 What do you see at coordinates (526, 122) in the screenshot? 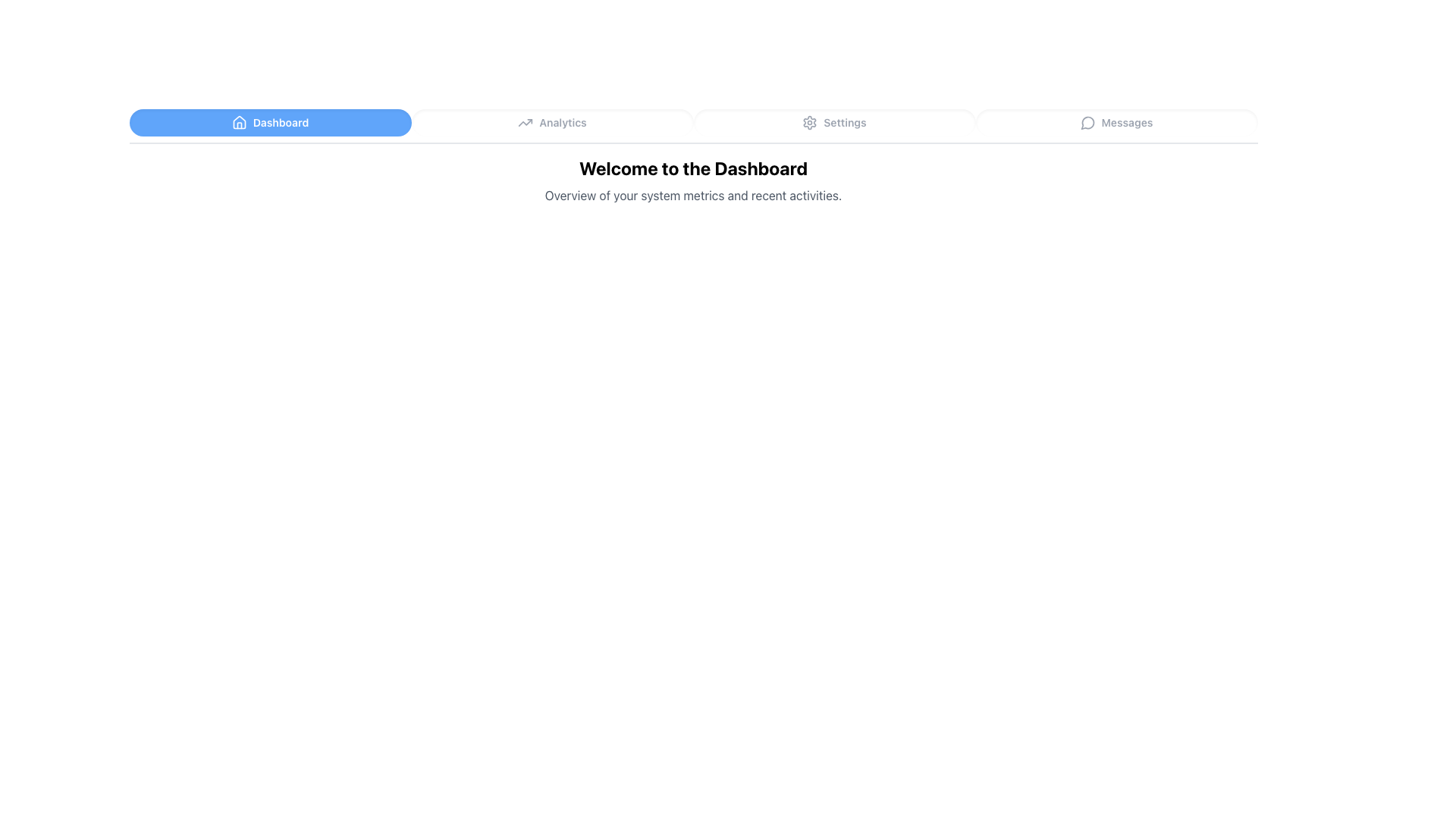
I see `the 'Analytics' icon in the top navigation bar, which is positioned to the left of the text 'Analytics'` at bounding box center [526, 122].